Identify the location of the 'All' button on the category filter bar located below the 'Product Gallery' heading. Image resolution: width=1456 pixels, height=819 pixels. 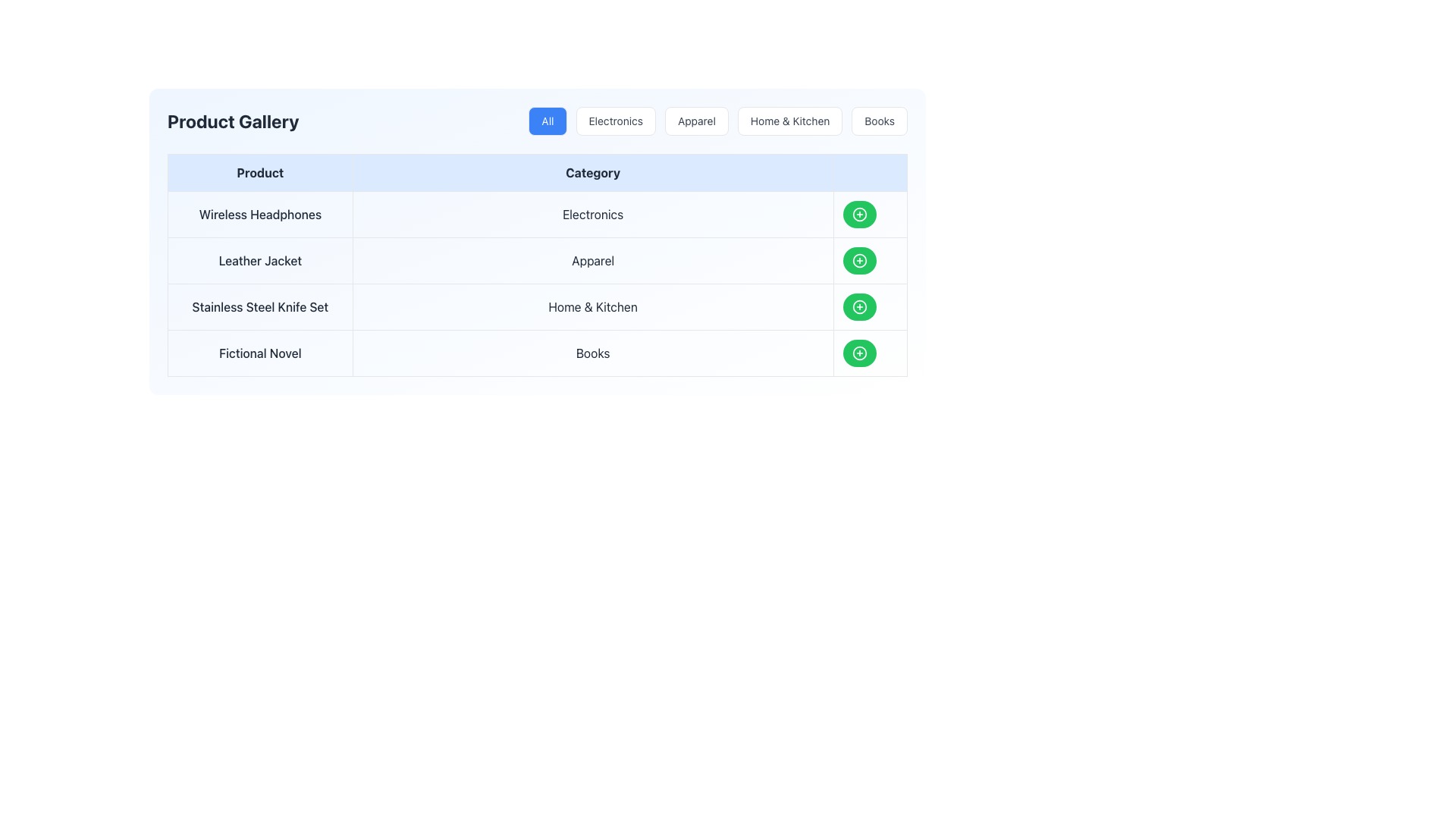
(538, 120).